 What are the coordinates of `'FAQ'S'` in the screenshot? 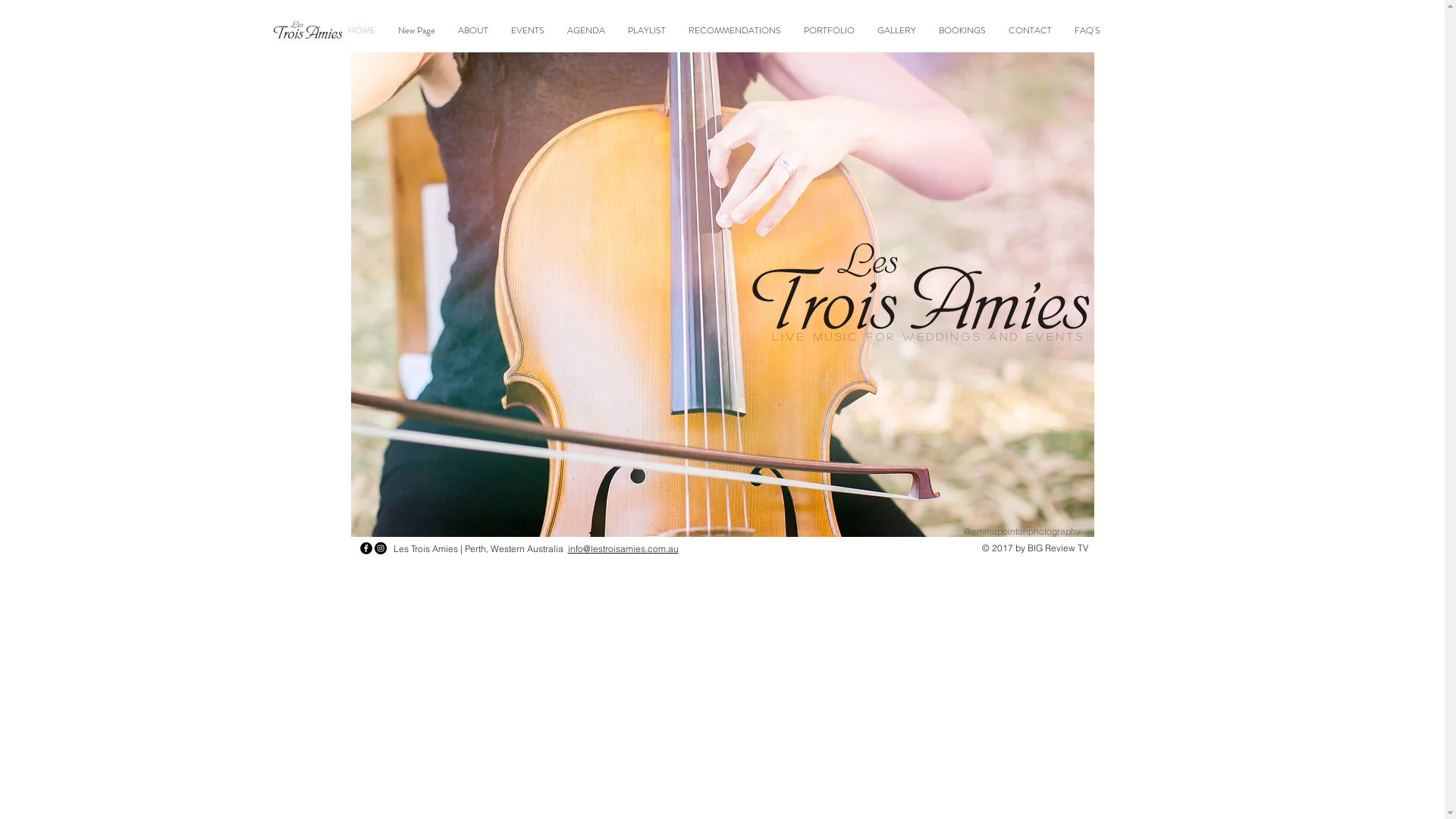 It's located at (1062, 30).